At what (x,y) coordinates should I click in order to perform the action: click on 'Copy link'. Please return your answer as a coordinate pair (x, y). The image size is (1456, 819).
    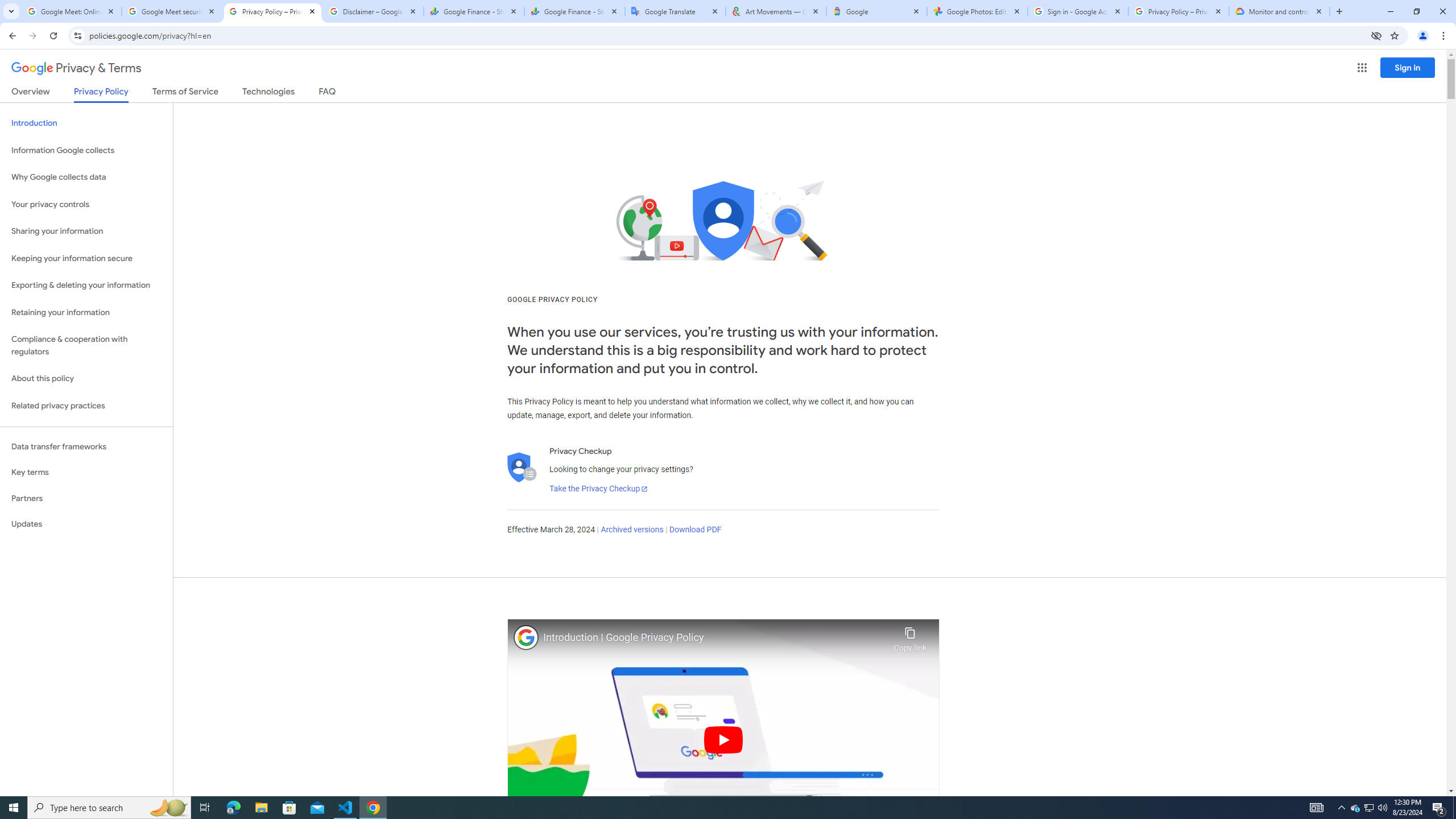
    Looking at the image, I should click on (909, 636).